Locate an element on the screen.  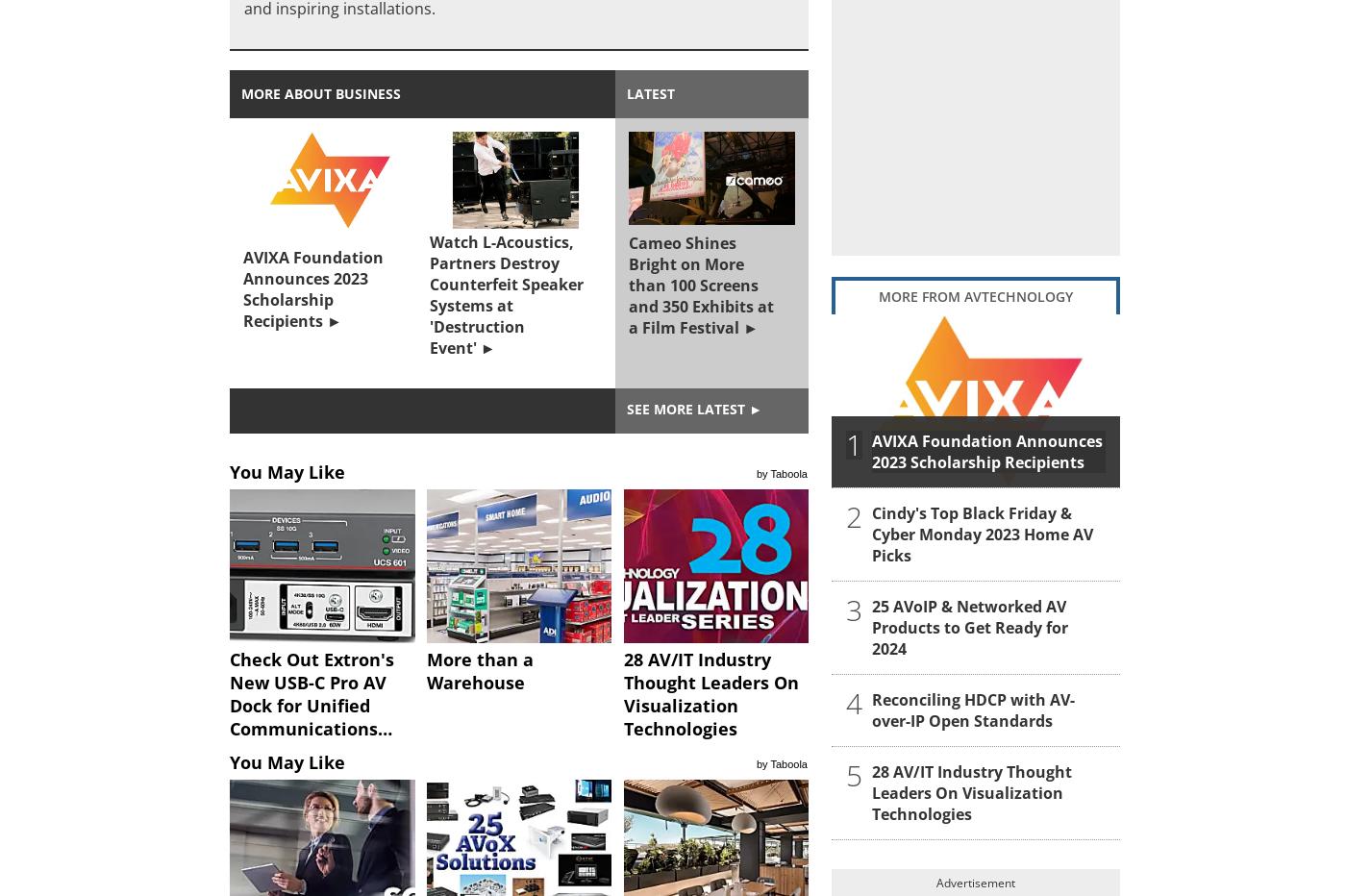
'Cindy's Top Black Friday & Cyber Monday 2023 Home AV Picks' is located at coordinates (983, 534).